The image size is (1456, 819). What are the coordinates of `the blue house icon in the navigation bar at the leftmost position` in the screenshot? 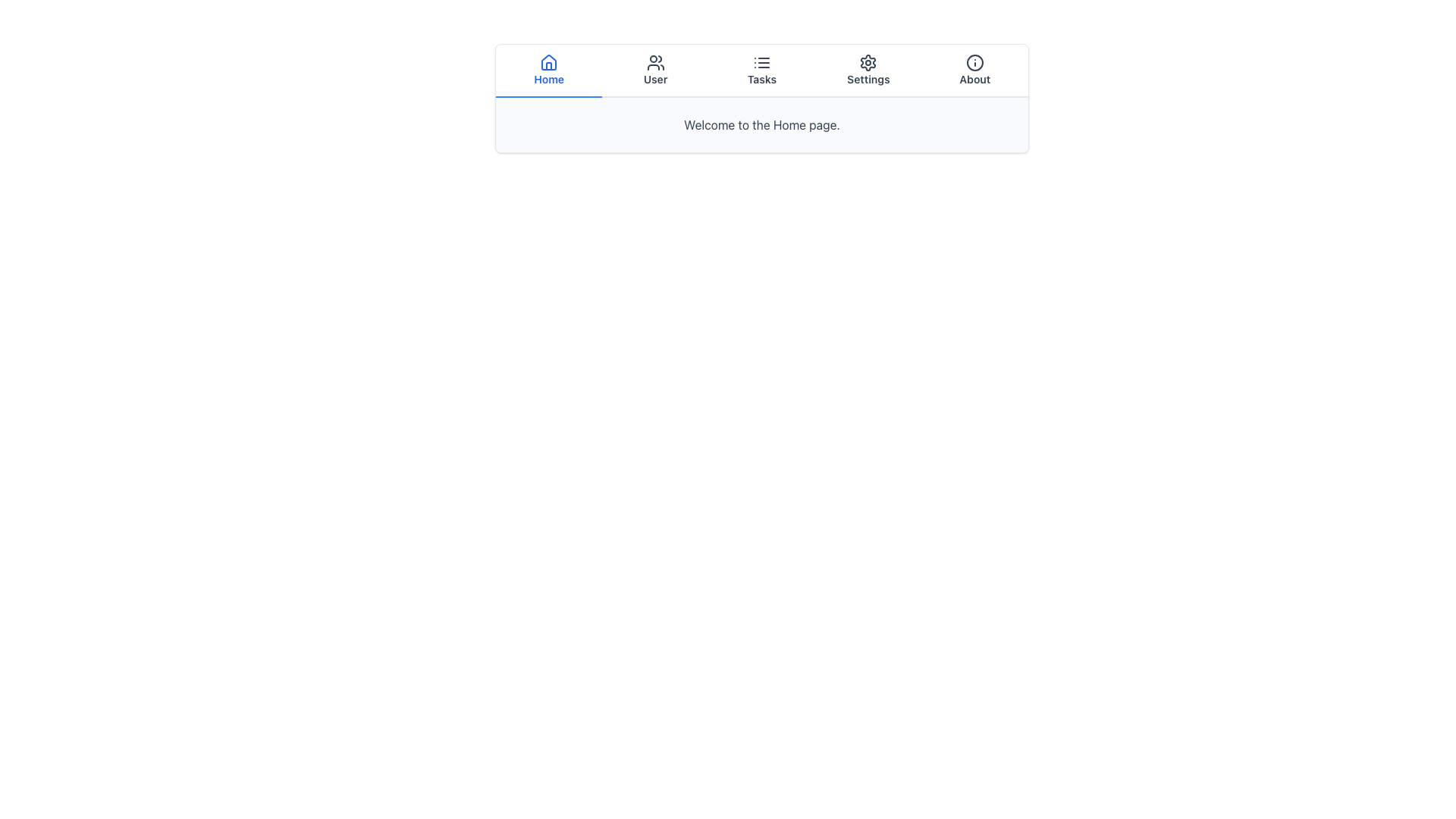 It's located at (548, 61).